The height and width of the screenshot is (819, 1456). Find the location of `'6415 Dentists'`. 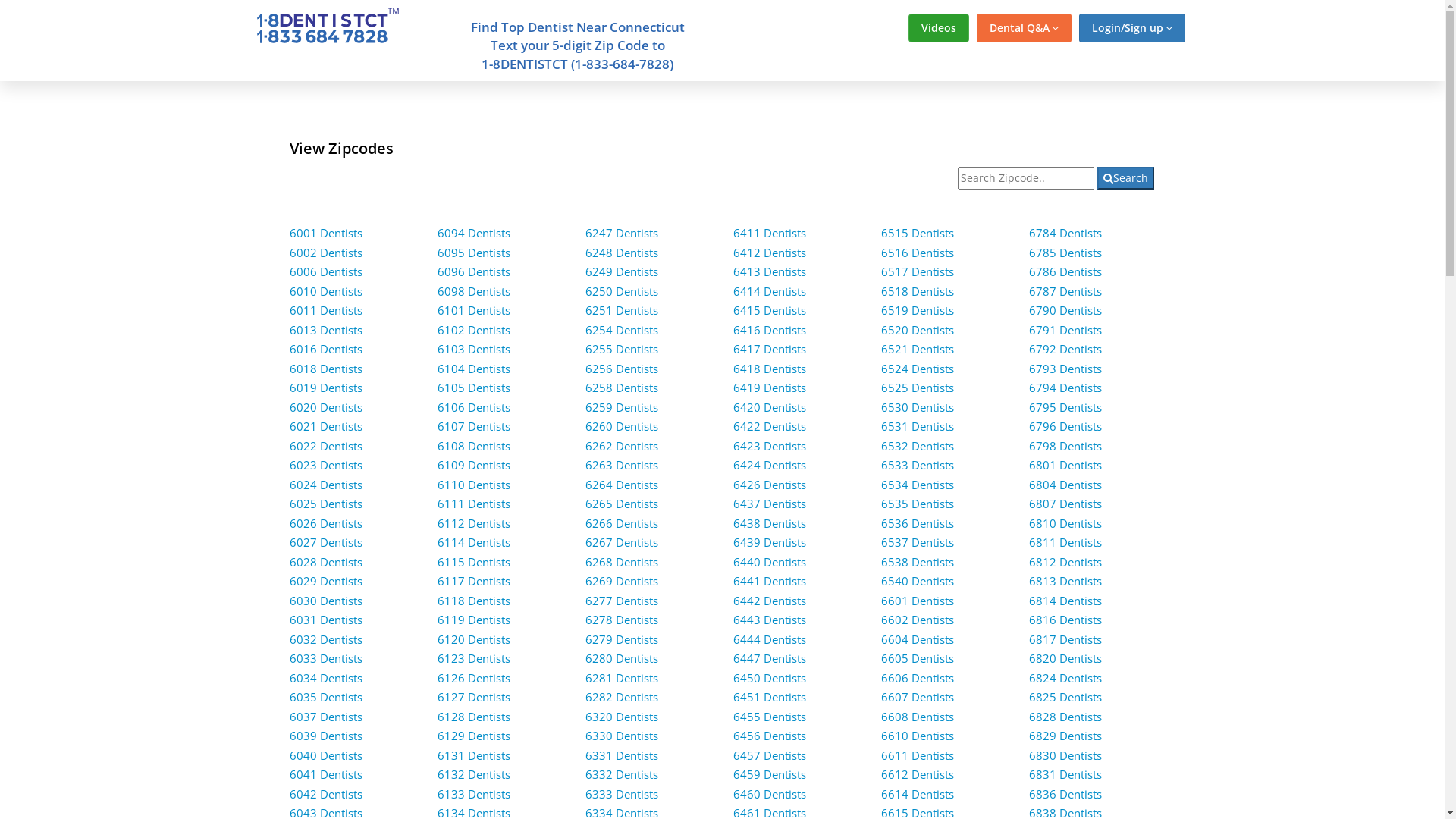

'6415 Dentists' is located at coordinates (769, 309).